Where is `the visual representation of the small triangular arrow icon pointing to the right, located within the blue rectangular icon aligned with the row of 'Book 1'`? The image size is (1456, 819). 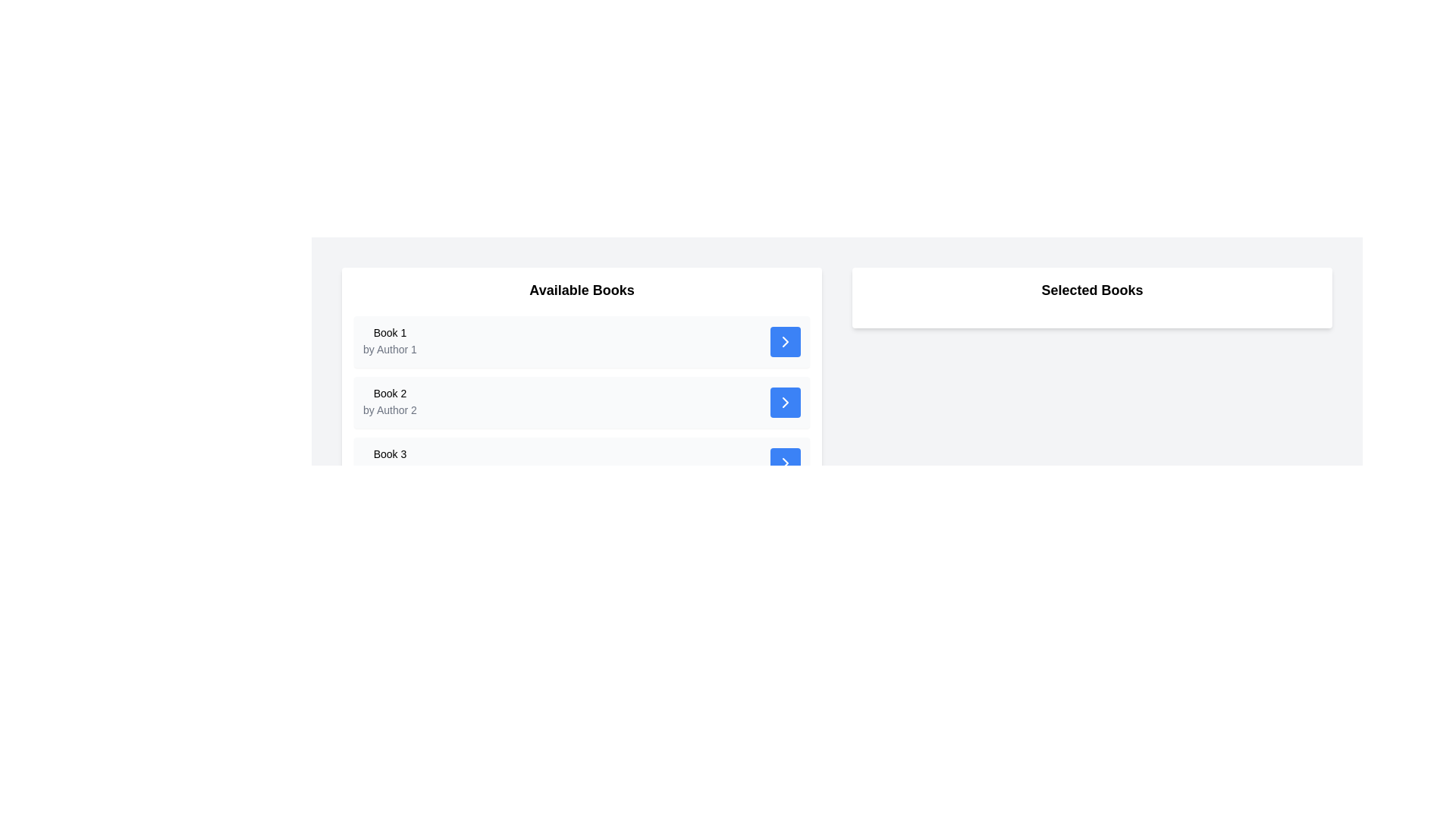 the visual representation of the small triangular arrow icon pointing to the right, located within the blue rectangular icon aligned with the row of 'Book 1' is located at coordinates (786, 342).